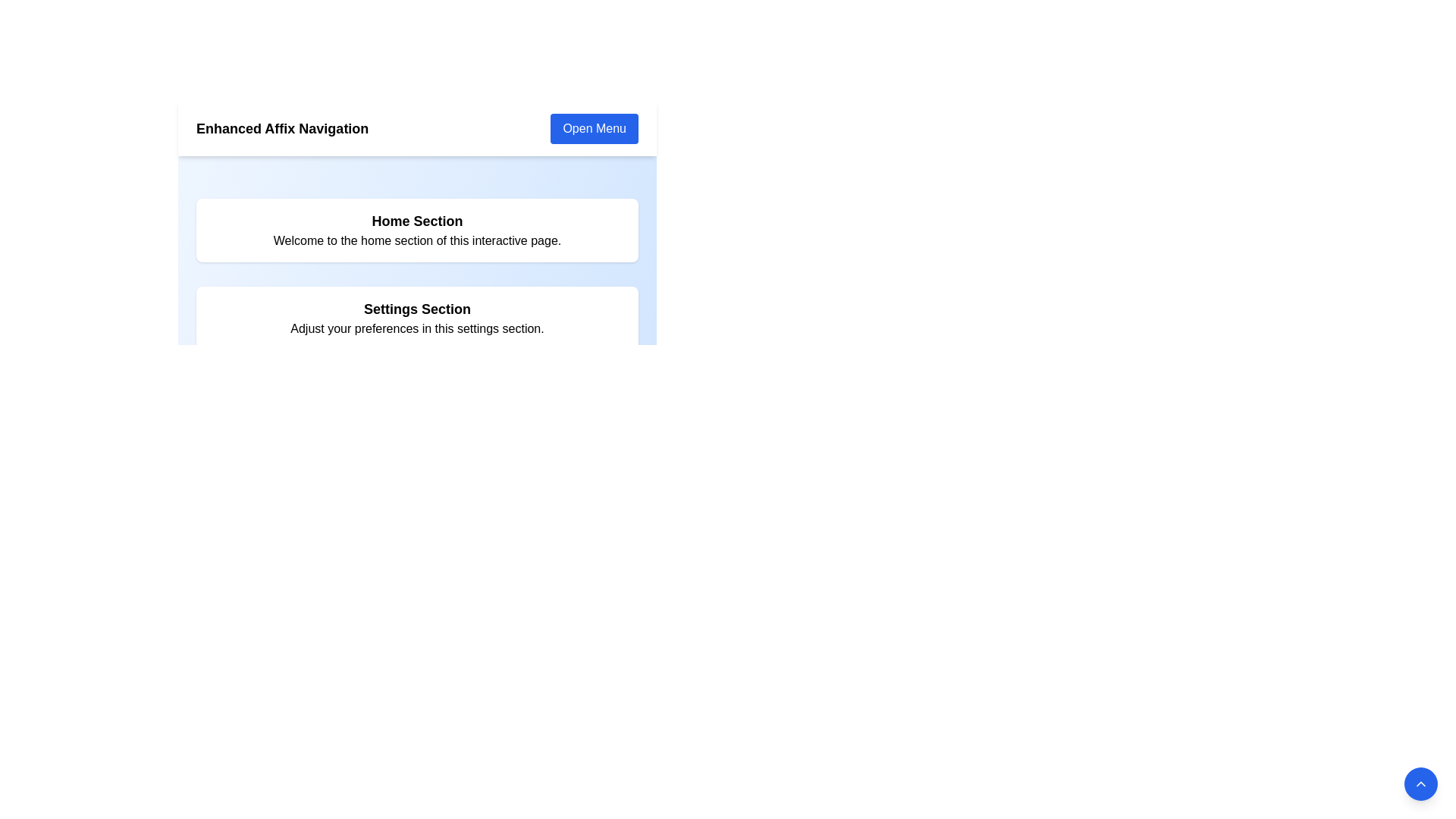 The width and height of the screenshot is (1456, 819). What do you see at coordinates (417, 240) in the screenshot?
I see `the static text element that reads 'Welcome to the home section of this interactive page.', which is located directly below the 'Home Section' header and is centrally aligned within the card` at bounding box center [417, 240].